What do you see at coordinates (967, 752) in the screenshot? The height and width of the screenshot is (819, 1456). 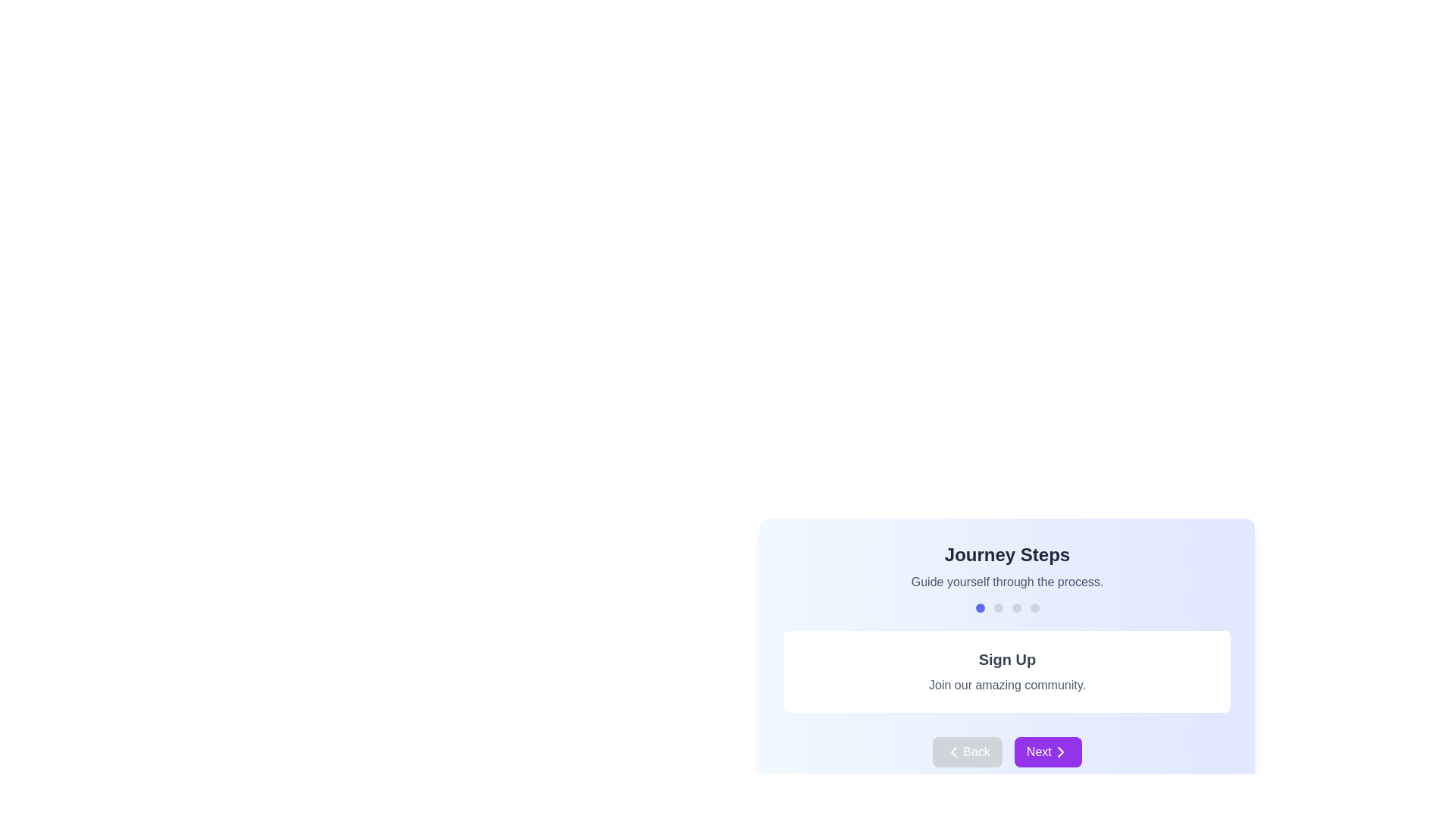 I see `the 'Back' button, which is styled with a purple background and has a leftwards arrow icon next to the text` at bounding box center [967, 752].